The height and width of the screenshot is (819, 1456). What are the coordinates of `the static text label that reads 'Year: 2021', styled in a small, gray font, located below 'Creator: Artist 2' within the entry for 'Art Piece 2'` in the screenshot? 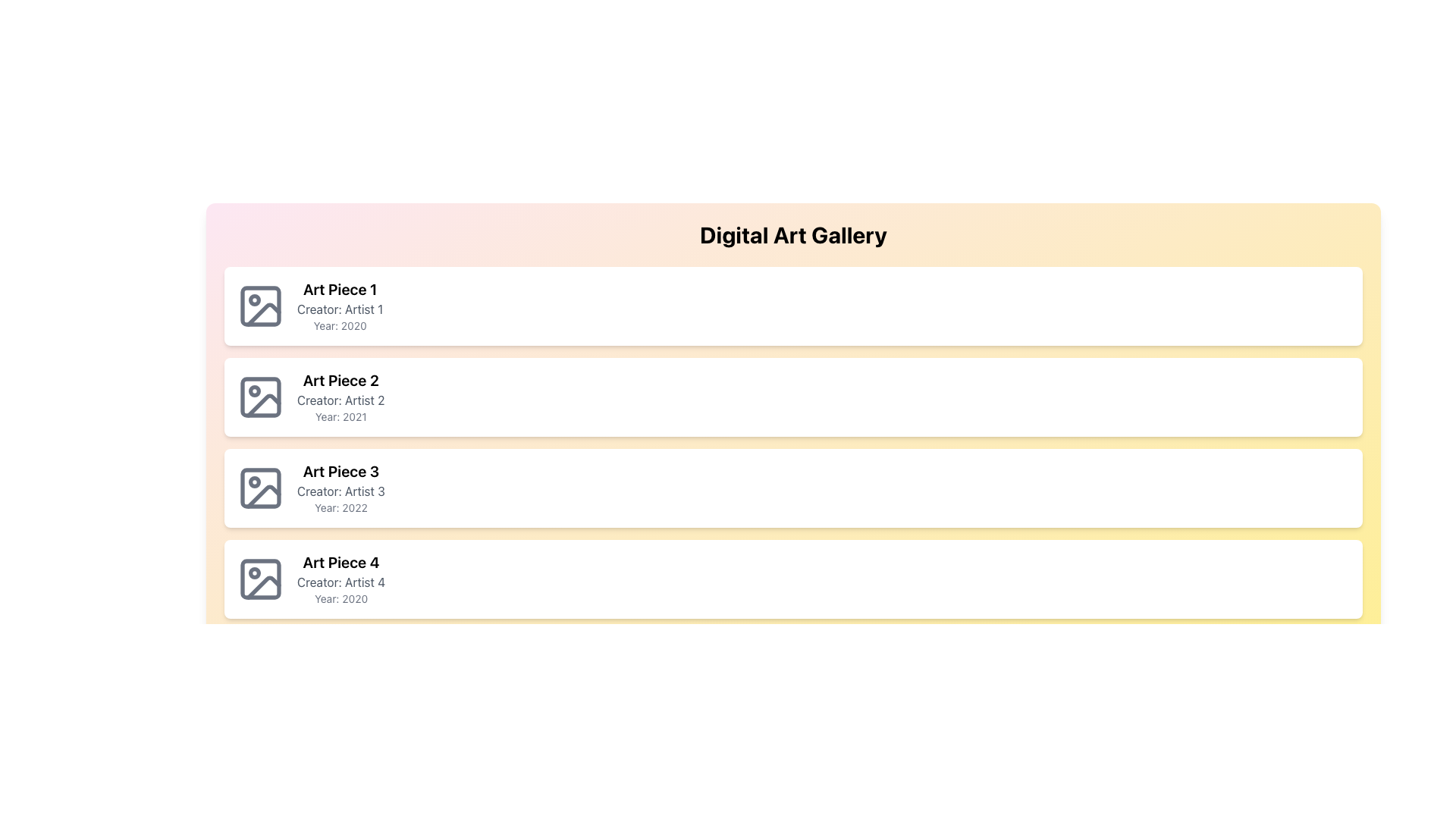 It's located at (340, 417).